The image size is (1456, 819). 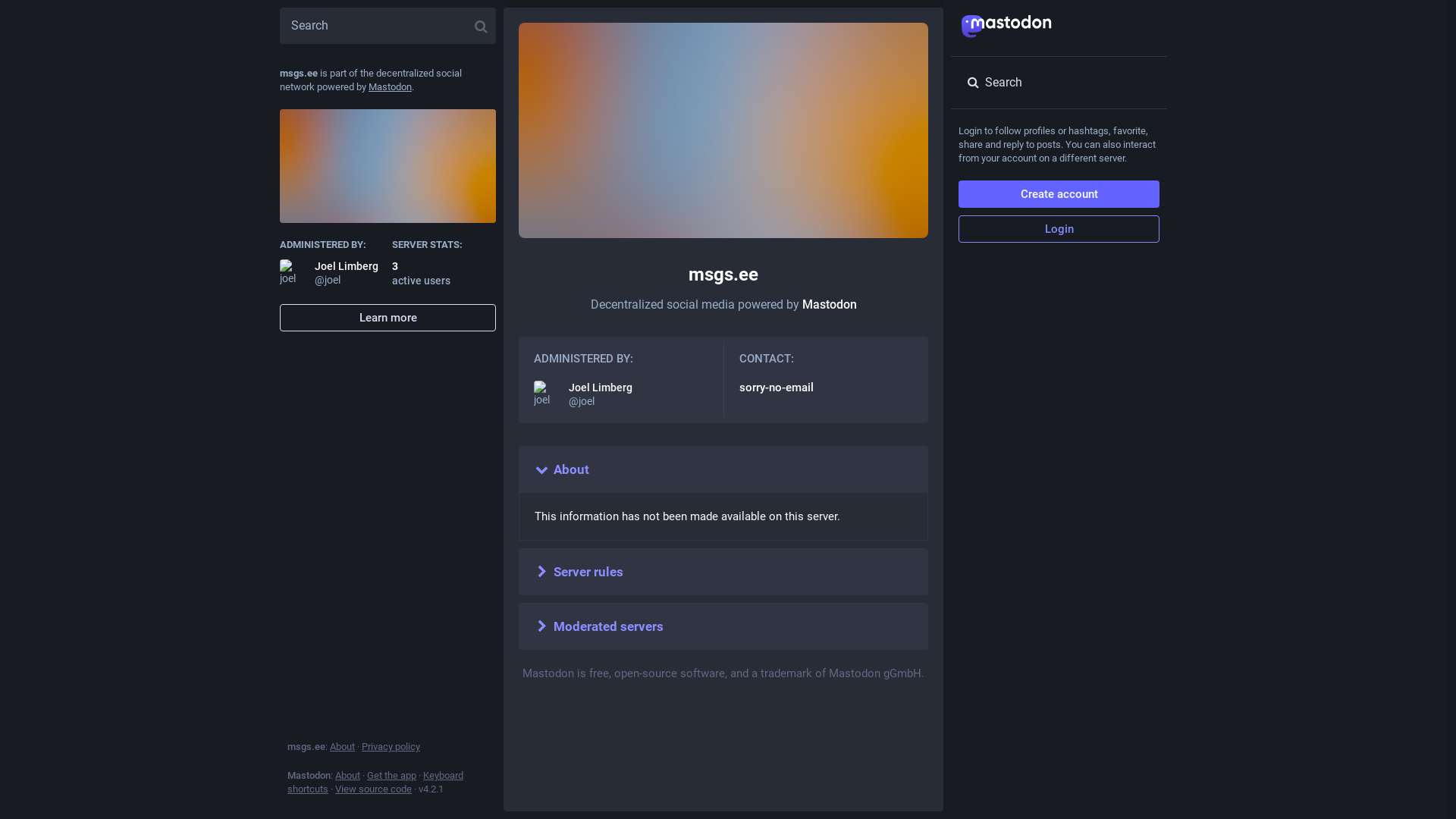 What do you see at coordinates (334, 788) in the screenshot?
I see `'View source code'` at bounding box center [334, 788].